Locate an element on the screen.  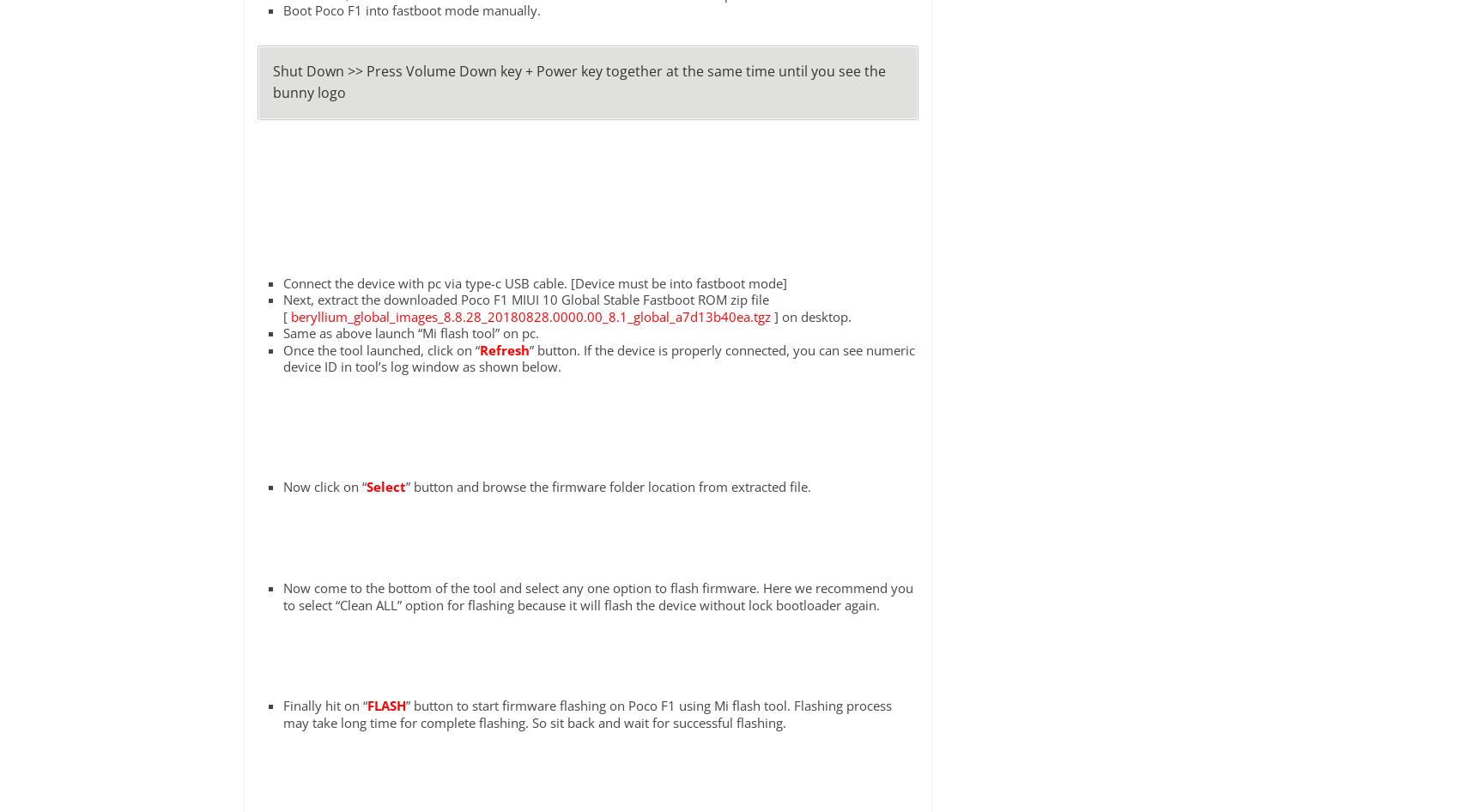
'” button and browse the firmware folder location from extracted file.' is located at coordinates (404, 484).